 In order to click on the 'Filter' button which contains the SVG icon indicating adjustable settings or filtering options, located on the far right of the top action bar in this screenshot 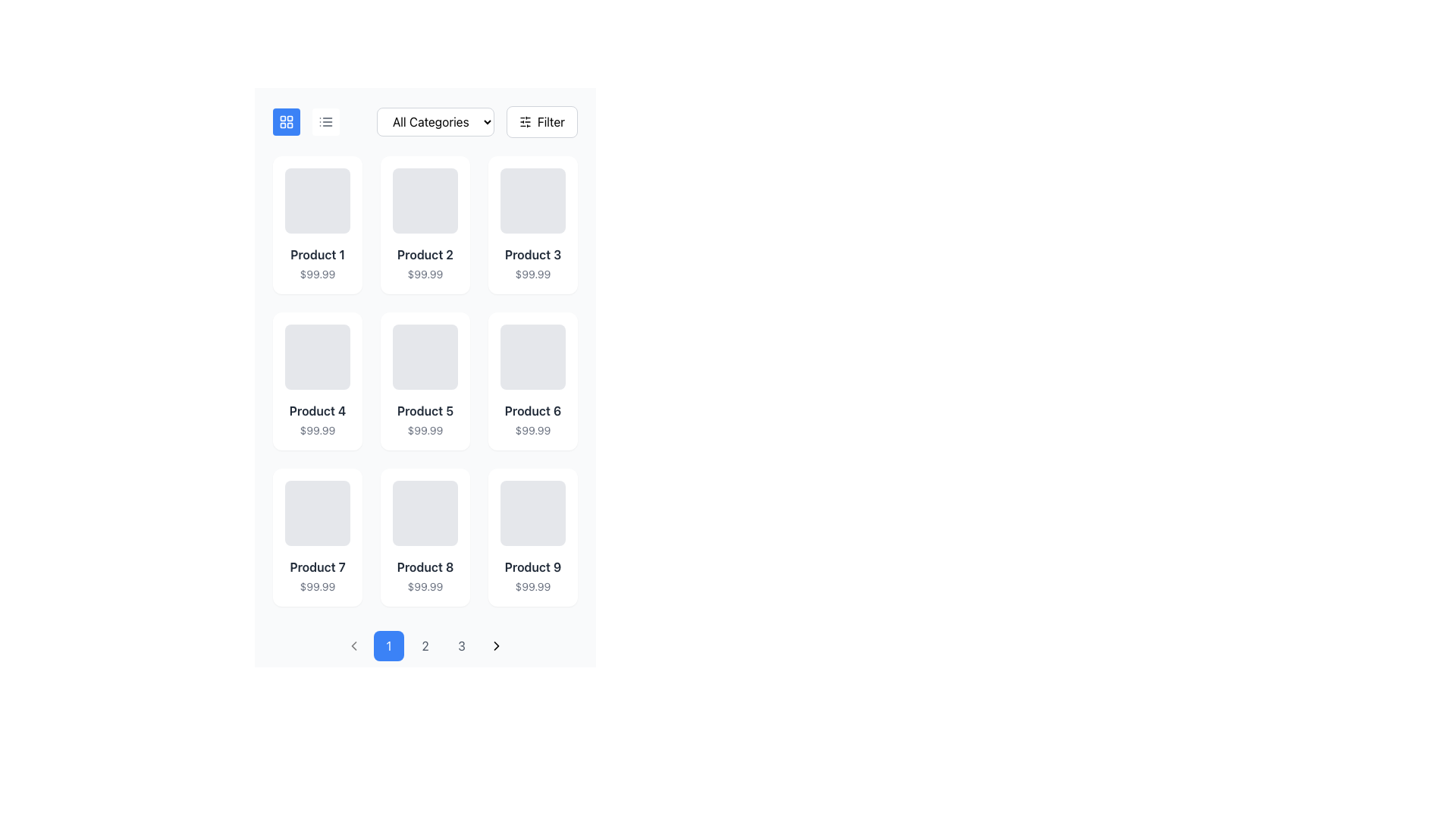, I will do `click(525, 121)`.